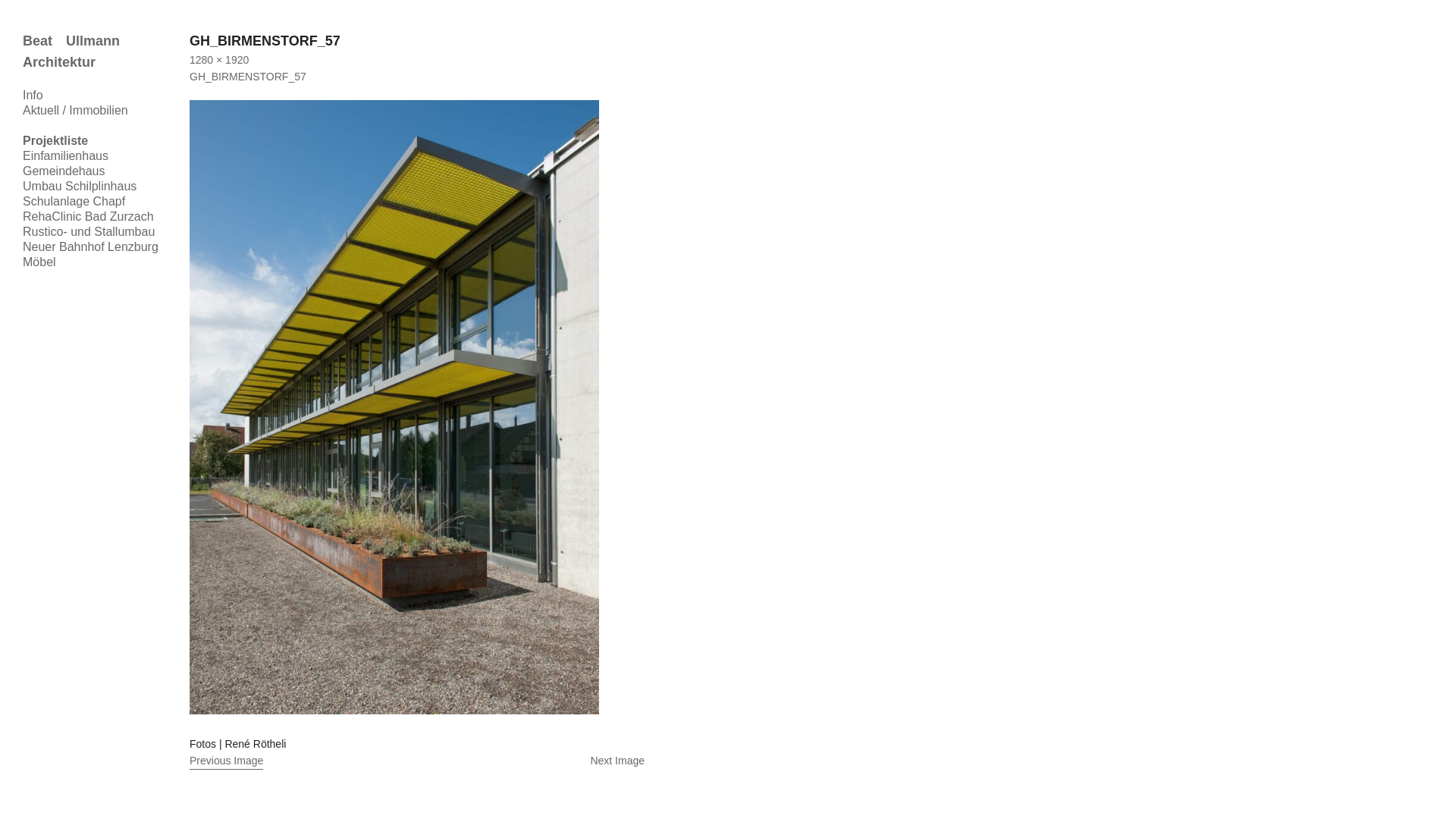 This screenshot has width=1456, height=819. I want to click on 'Umbau Schilplinhaus', so click(22, 185).